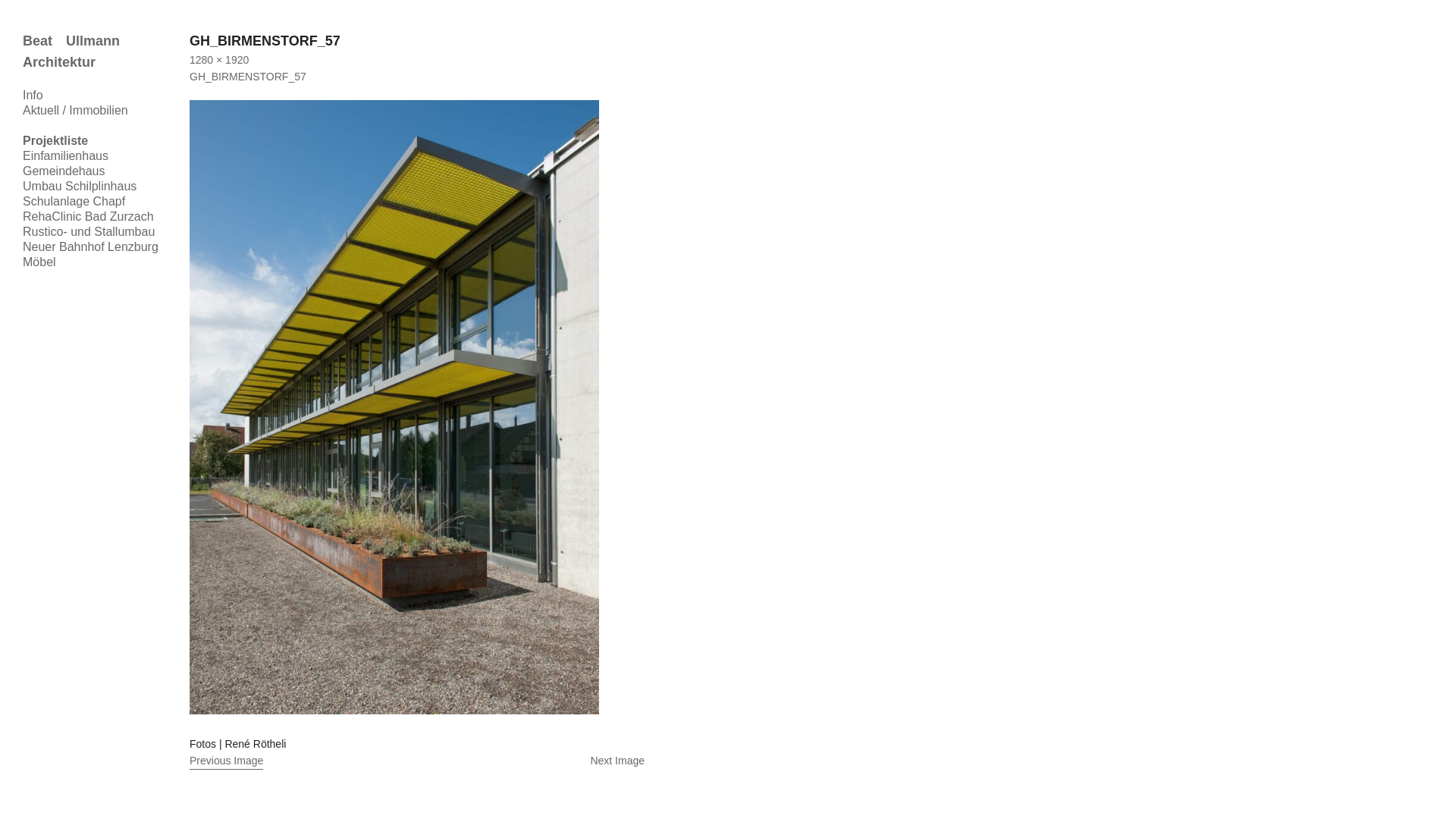 This screenshot has width=1456, height=819. I want to click on 'Umbau Schilplinhaus', so click(22, 185).